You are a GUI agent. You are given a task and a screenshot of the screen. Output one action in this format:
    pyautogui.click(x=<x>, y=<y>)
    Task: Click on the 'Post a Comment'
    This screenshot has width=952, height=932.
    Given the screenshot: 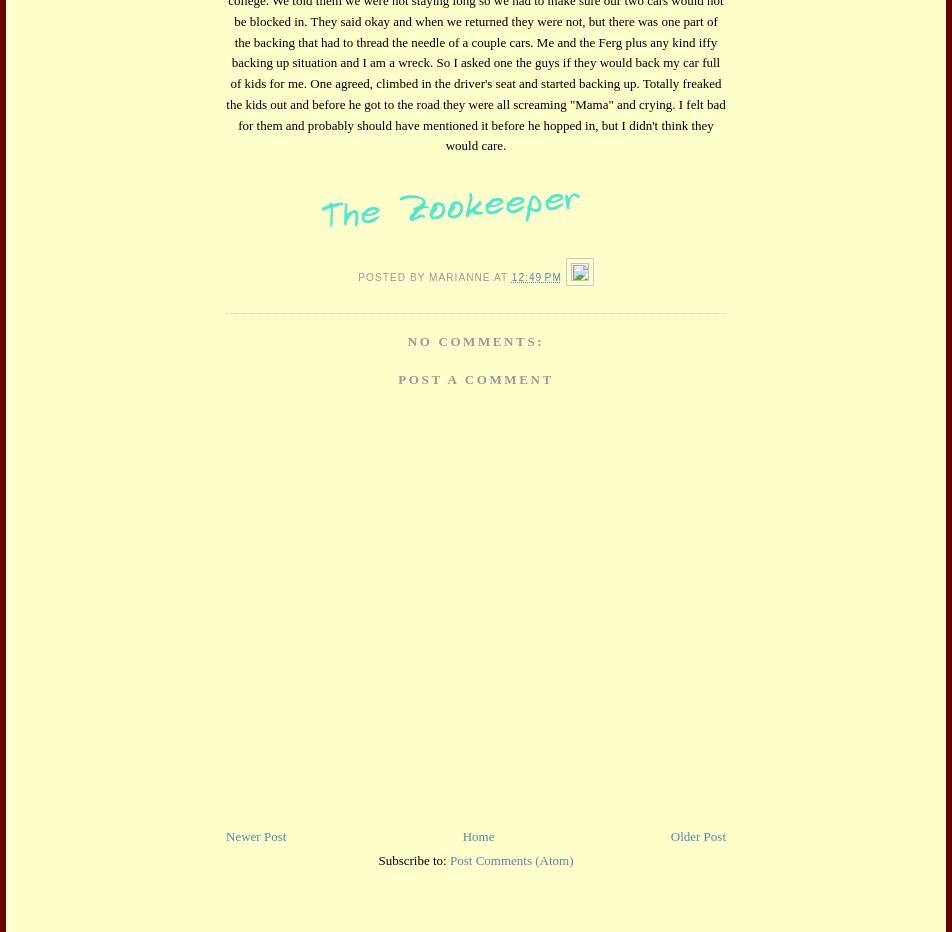 What is the action you would take?
    pyautogui.click(x=475, y=377)
    